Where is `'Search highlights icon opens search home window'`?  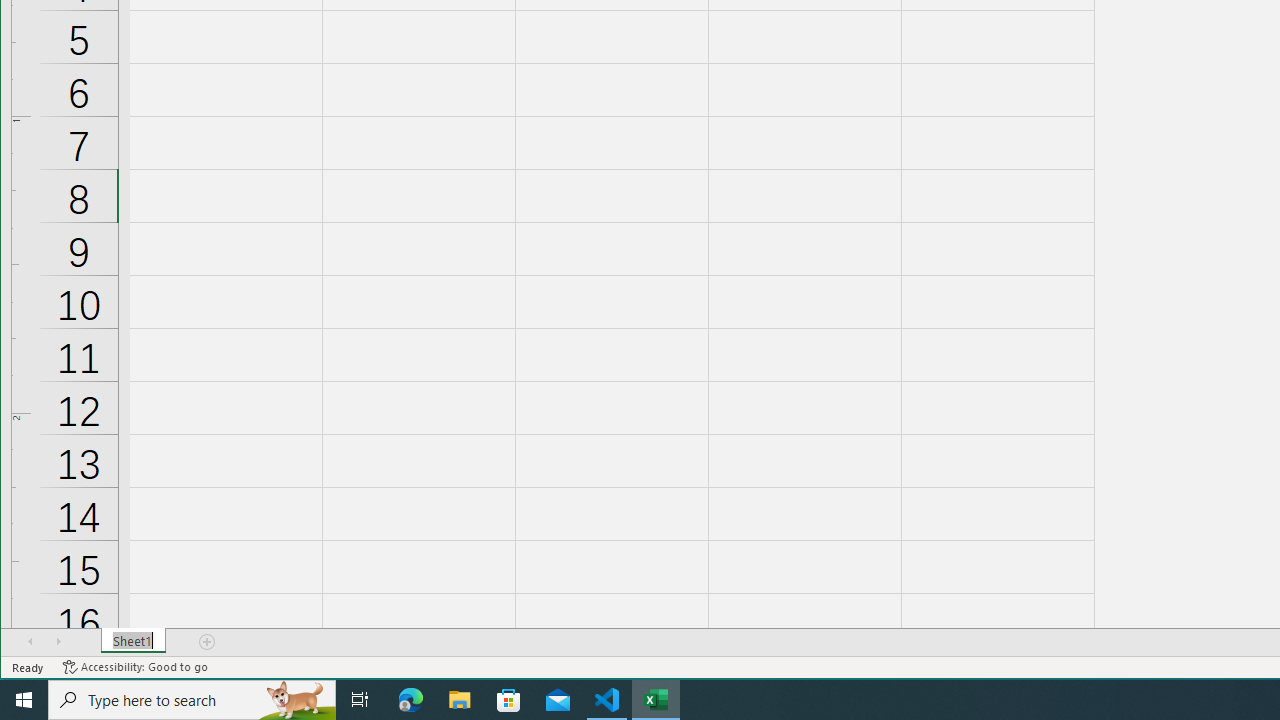 'Search highlights icon opens search home window' is located at coordinates (294, 698).